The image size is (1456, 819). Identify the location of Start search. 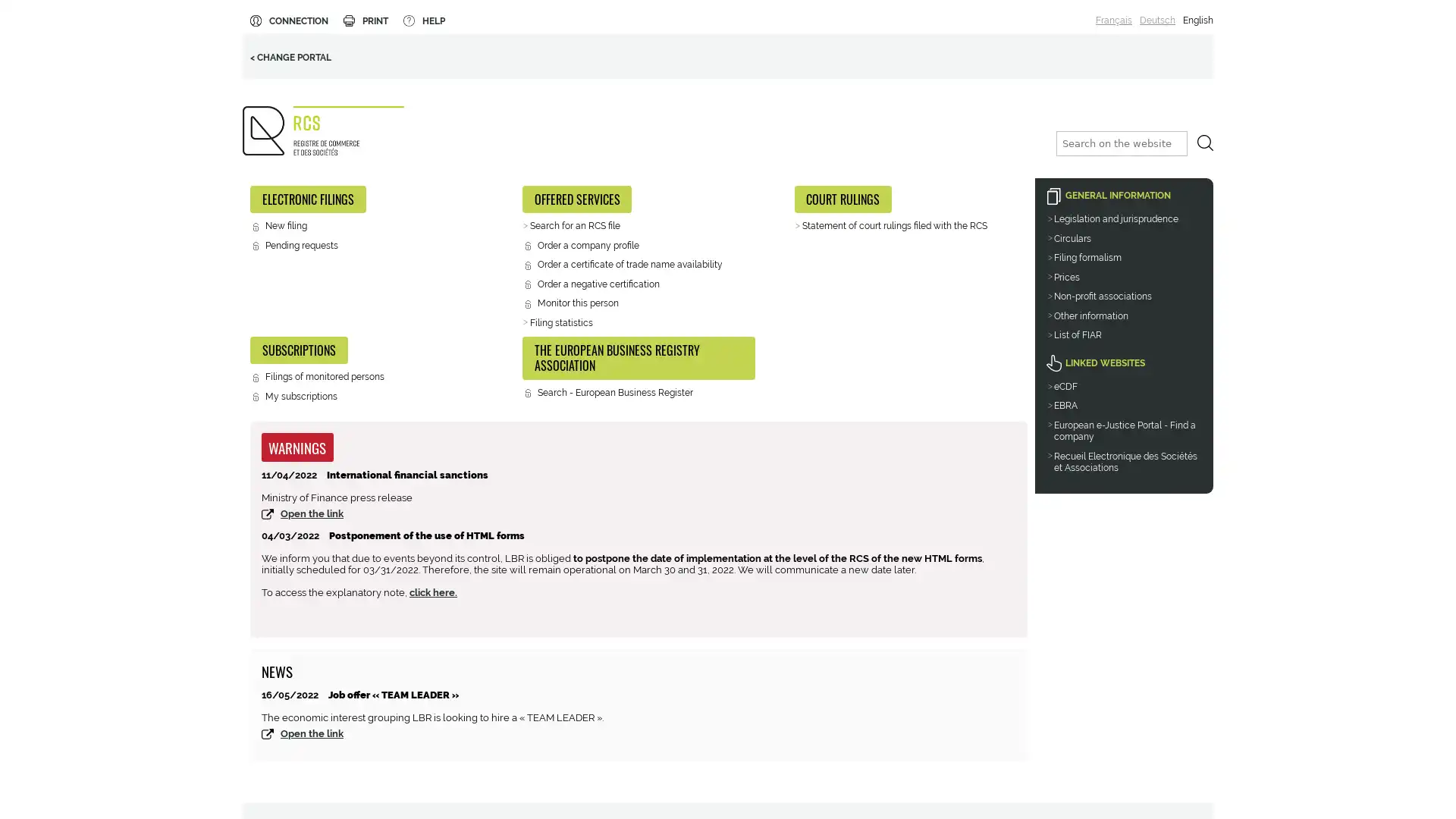
(1204, 143).